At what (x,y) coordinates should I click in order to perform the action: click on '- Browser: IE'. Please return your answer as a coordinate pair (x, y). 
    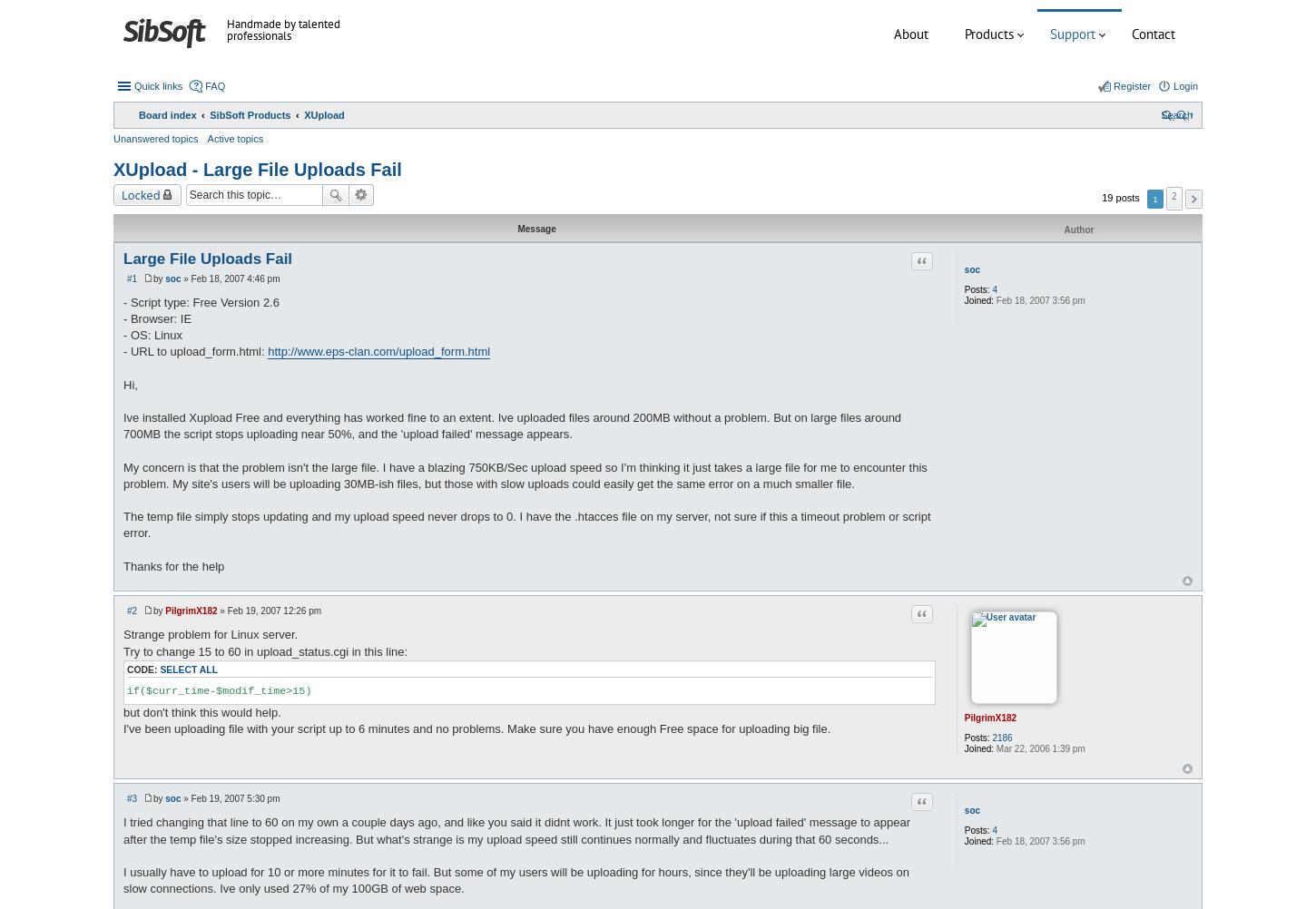
    Looking at the image, I should click on (123, 318).